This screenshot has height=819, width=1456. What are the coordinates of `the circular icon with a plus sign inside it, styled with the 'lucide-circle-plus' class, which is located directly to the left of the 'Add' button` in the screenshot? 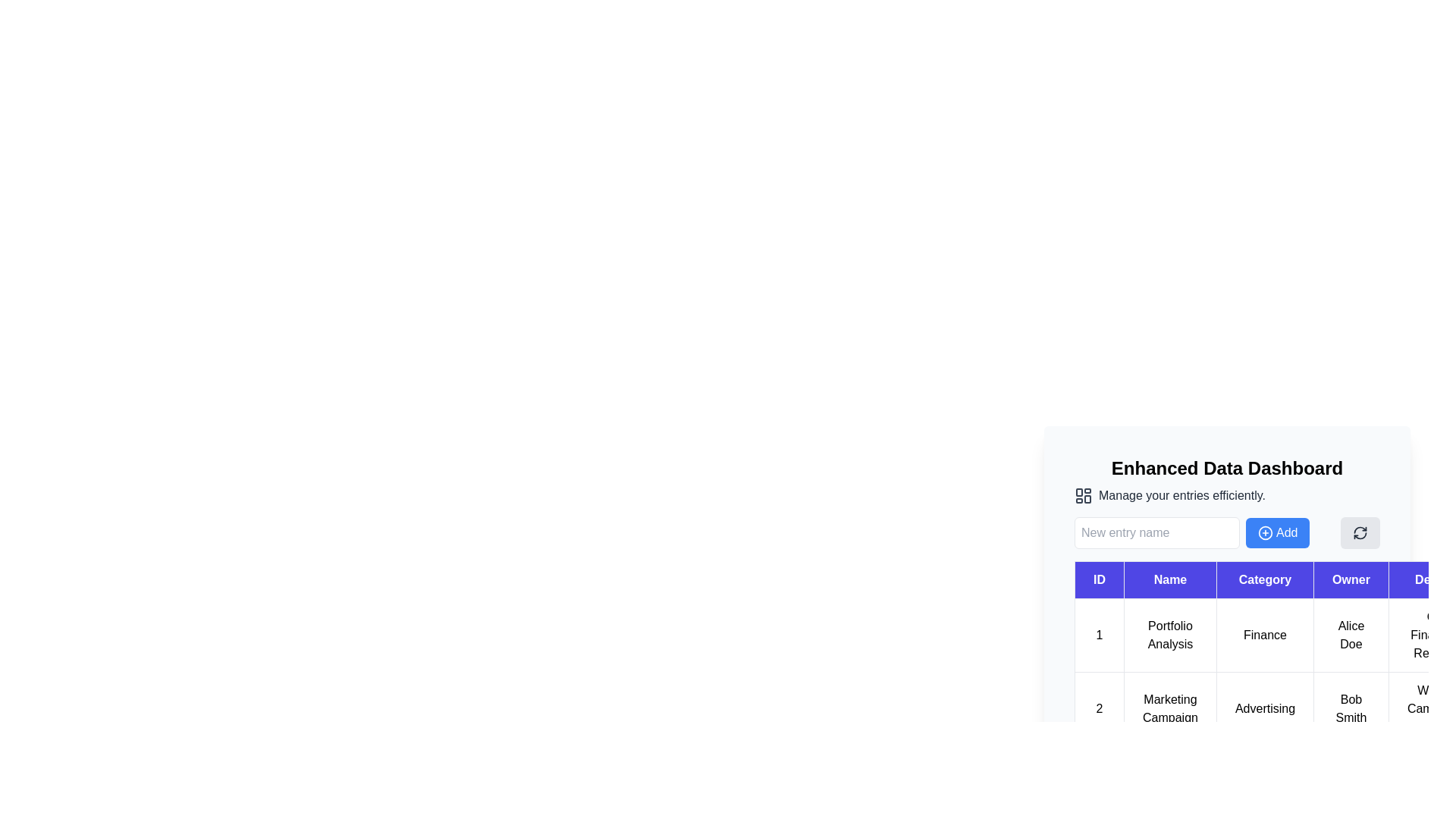 It's located at (1266, 532).